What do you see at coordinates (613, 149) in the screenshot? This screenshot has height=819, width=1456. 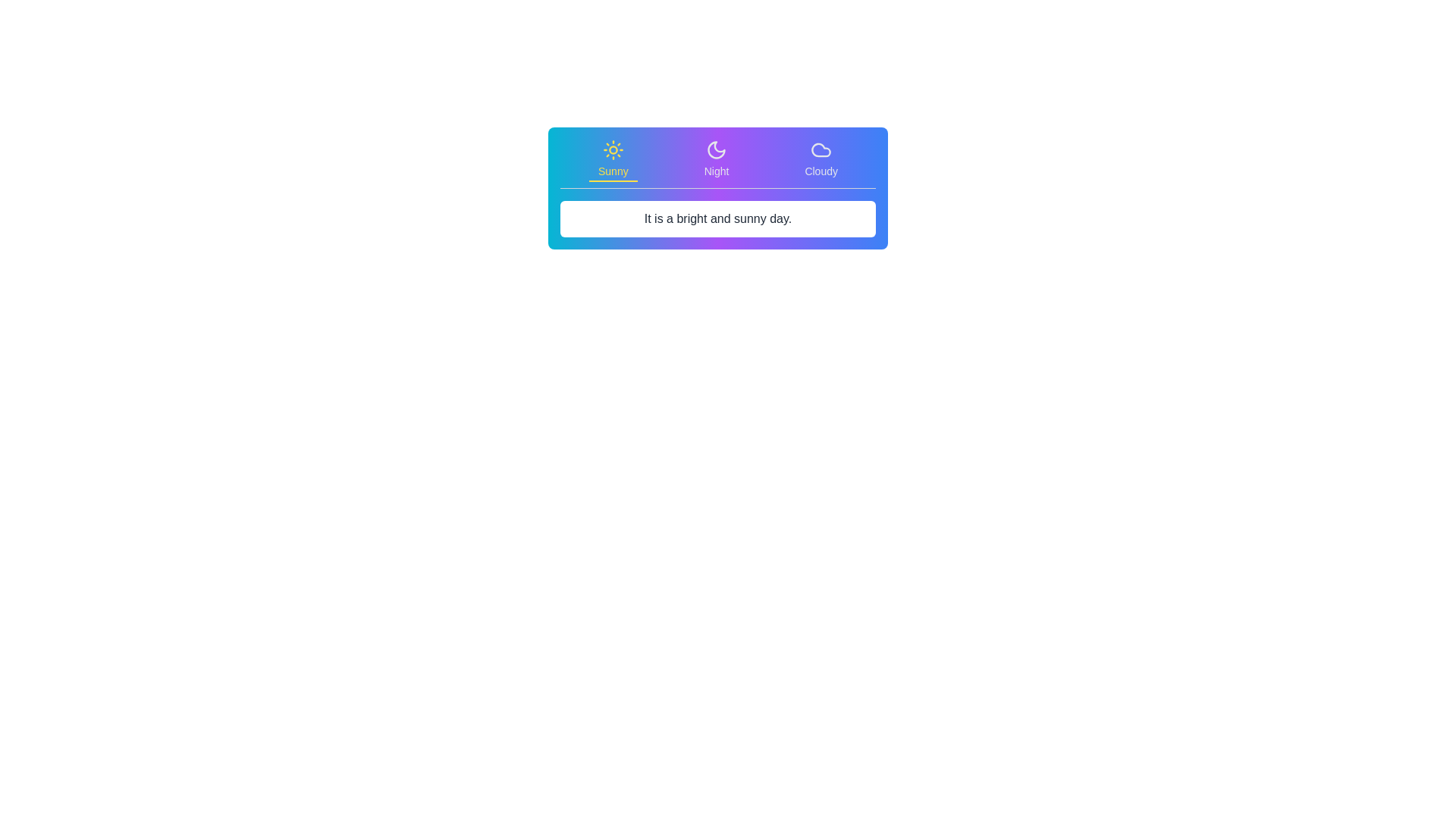 I see `the graphical circle representing the 'Sunny' weather condition, located at the center of the sun icon in the weather selector interface` at bounding box center [613, 149].